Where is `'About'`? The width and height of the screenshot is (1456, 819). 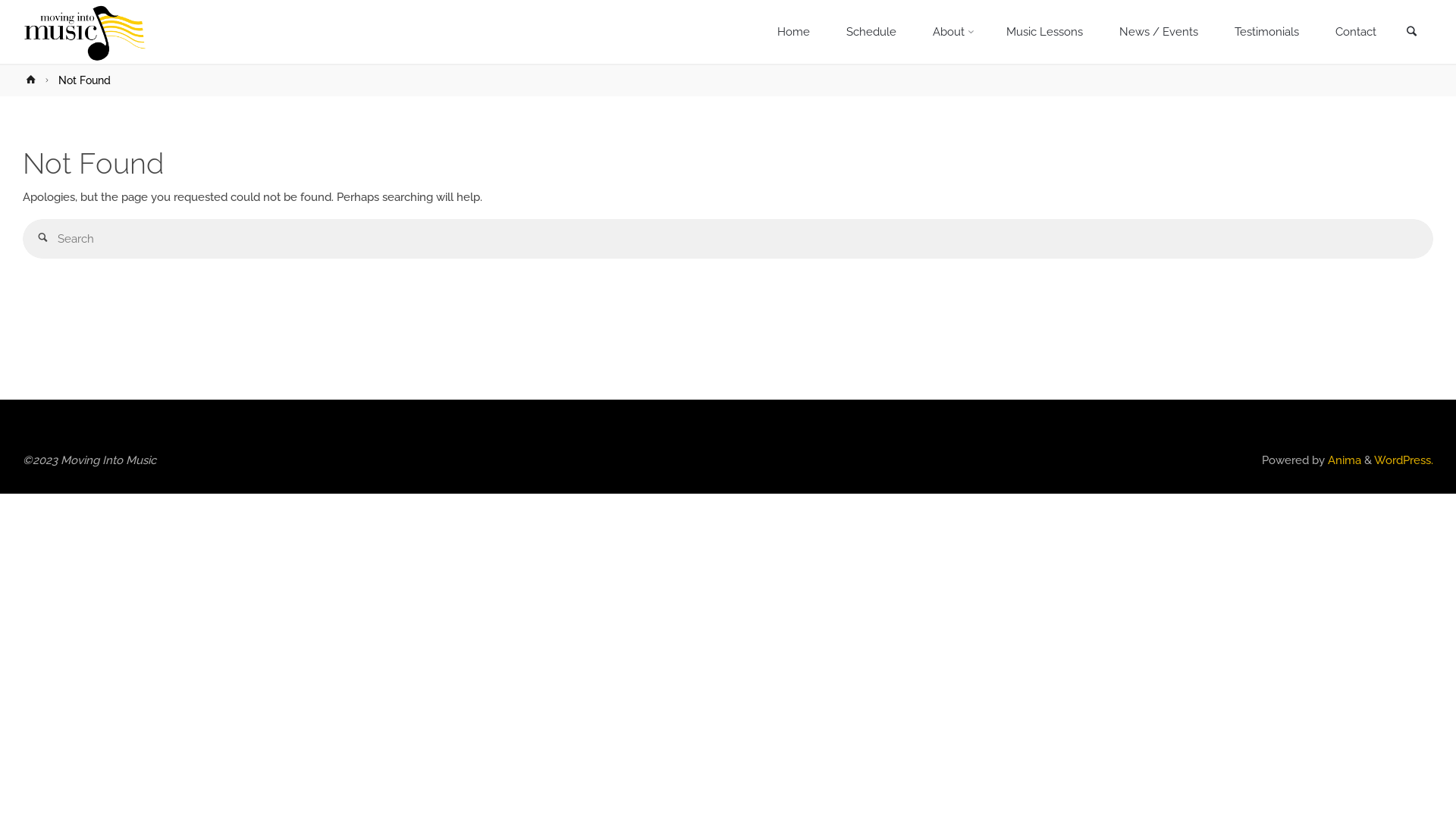 'About' is located at coordinates (950, 32).